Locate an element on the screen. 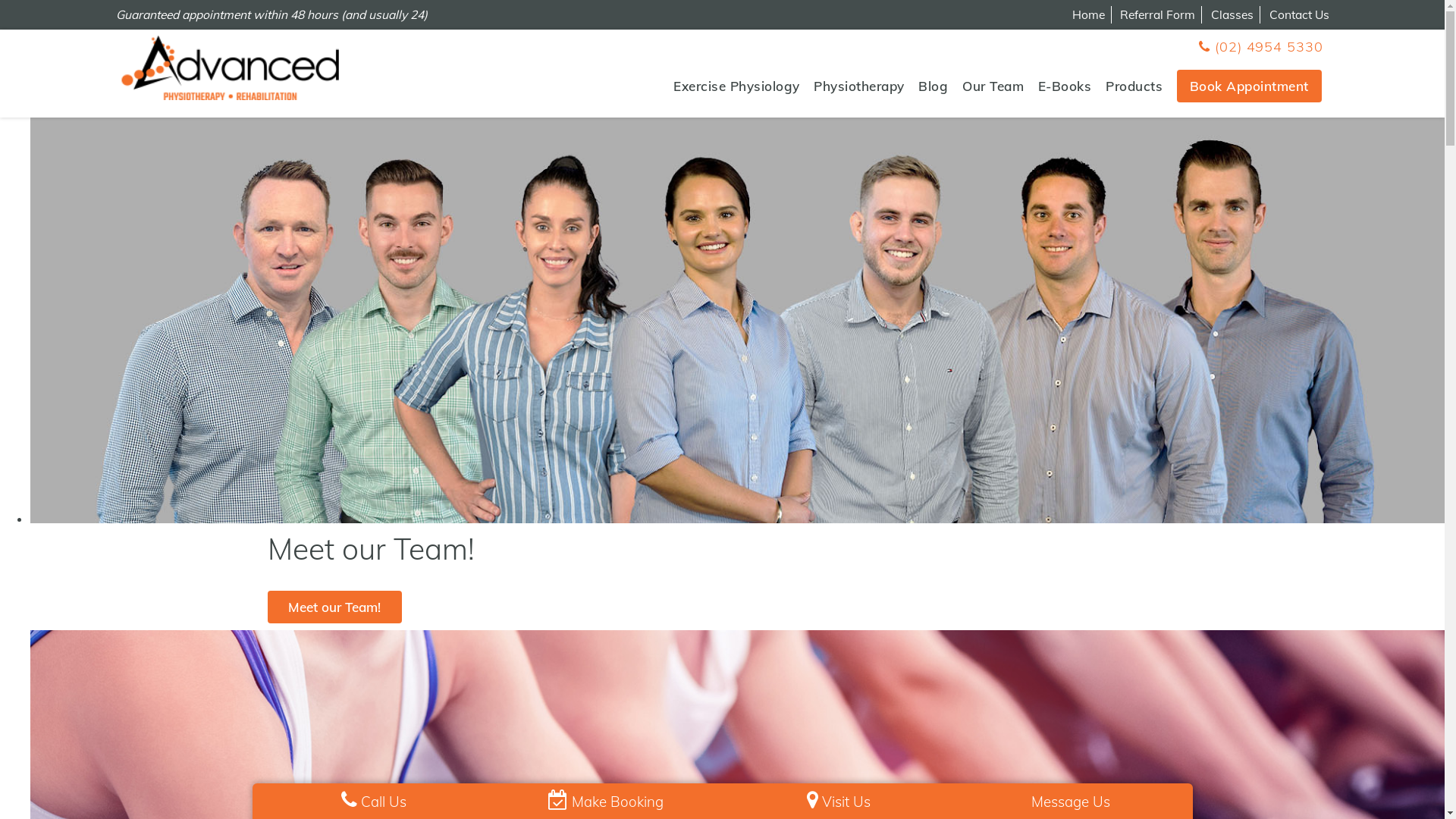 The image size is (1456, 819). 'Home' is located at coordinates (1087, 14).